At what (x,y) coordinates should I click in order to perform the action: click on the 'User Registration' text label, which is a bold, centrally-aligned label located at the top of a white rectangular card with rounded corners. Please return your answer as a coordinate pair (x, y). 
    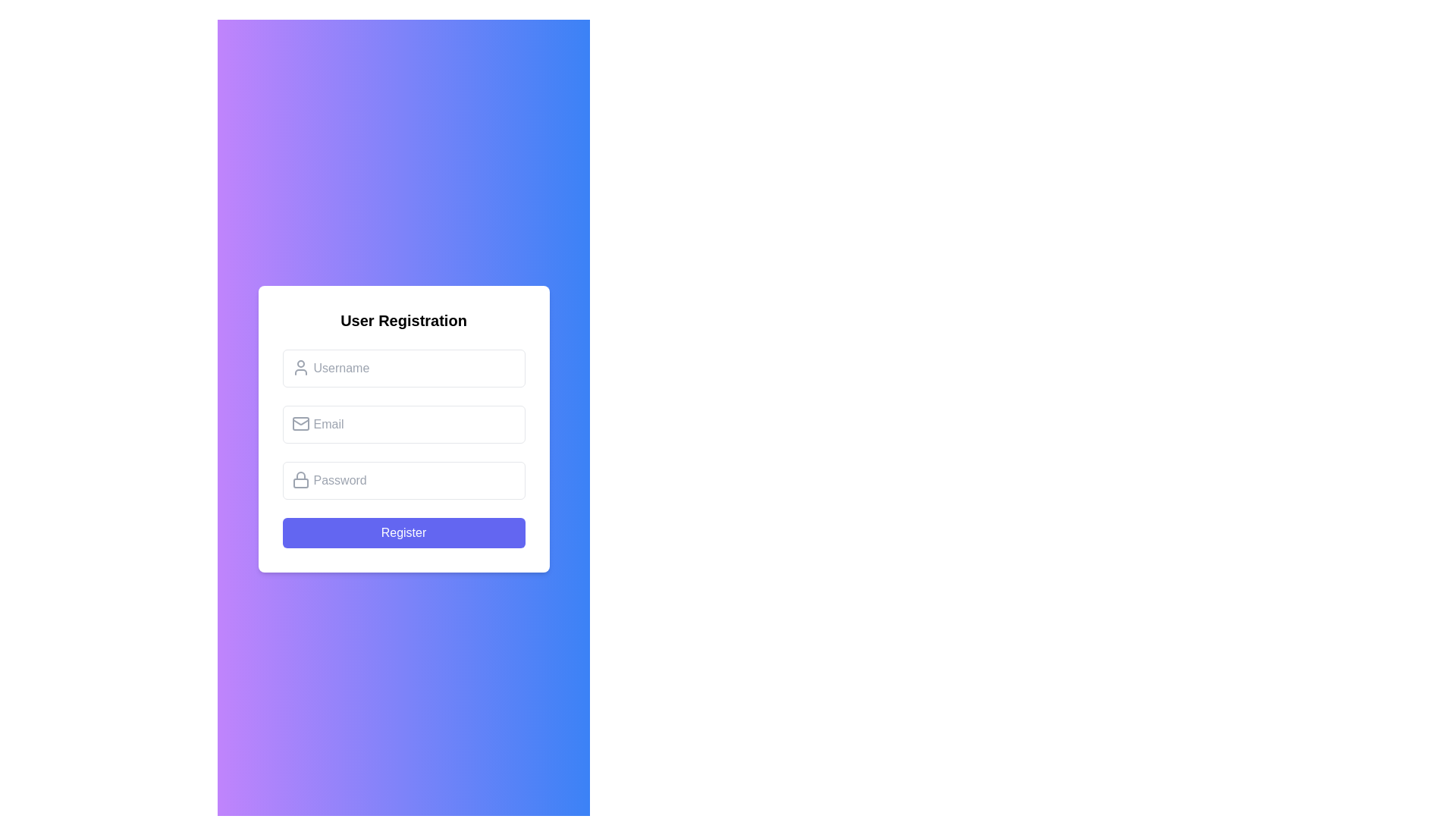
    Looking at the image, I should click on (403, 320).